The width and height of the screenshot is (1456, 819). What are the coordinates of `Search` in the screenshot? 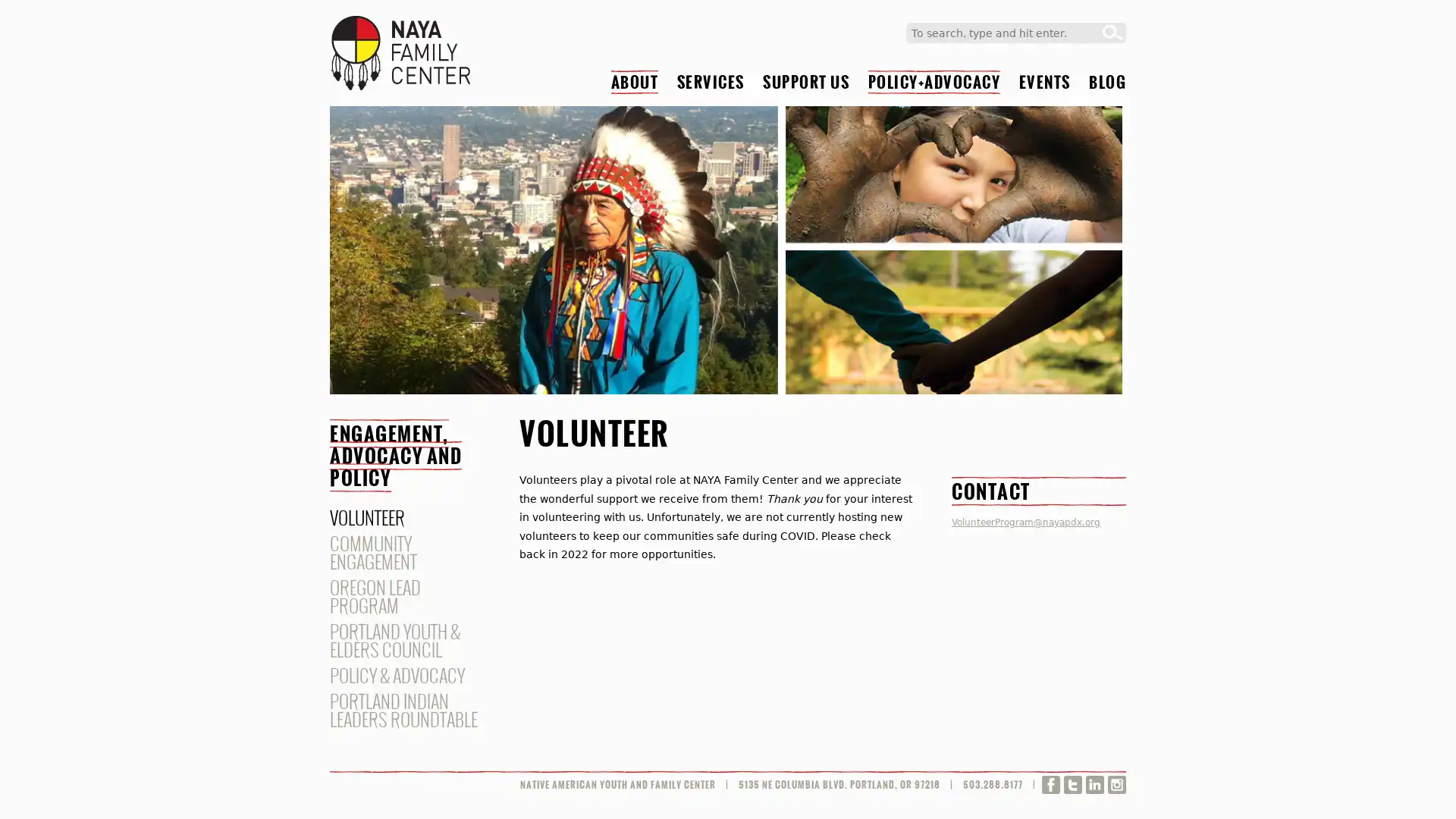 It's located at (1112, 33).